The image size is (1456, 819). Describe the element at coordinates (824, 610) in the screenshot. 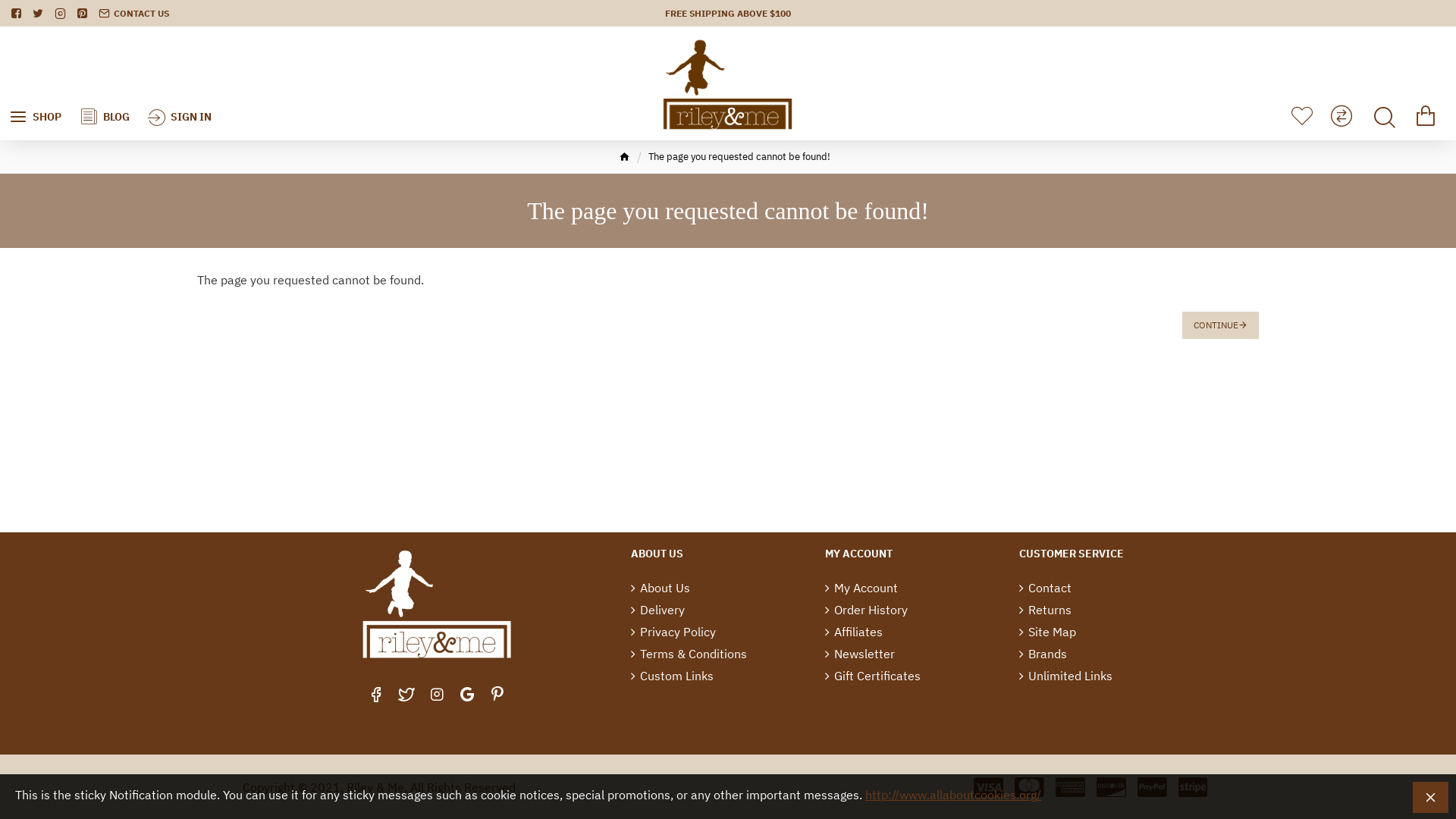

I see `'Order History'` at that location.